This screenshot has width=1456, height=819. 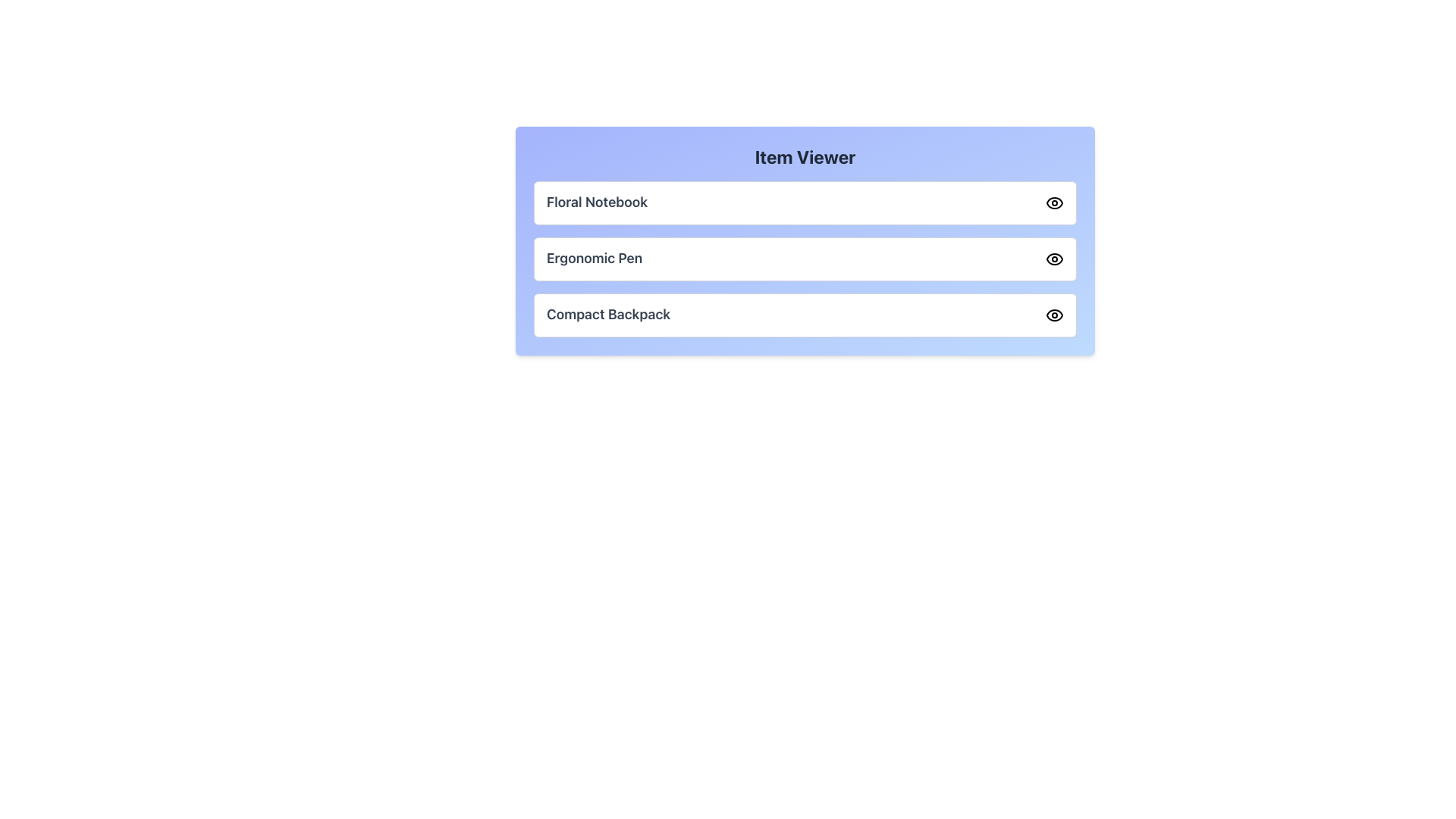 I want to click on the button located at the right end of the 'Compact Backpack' item, so click(x=1054, y=315).